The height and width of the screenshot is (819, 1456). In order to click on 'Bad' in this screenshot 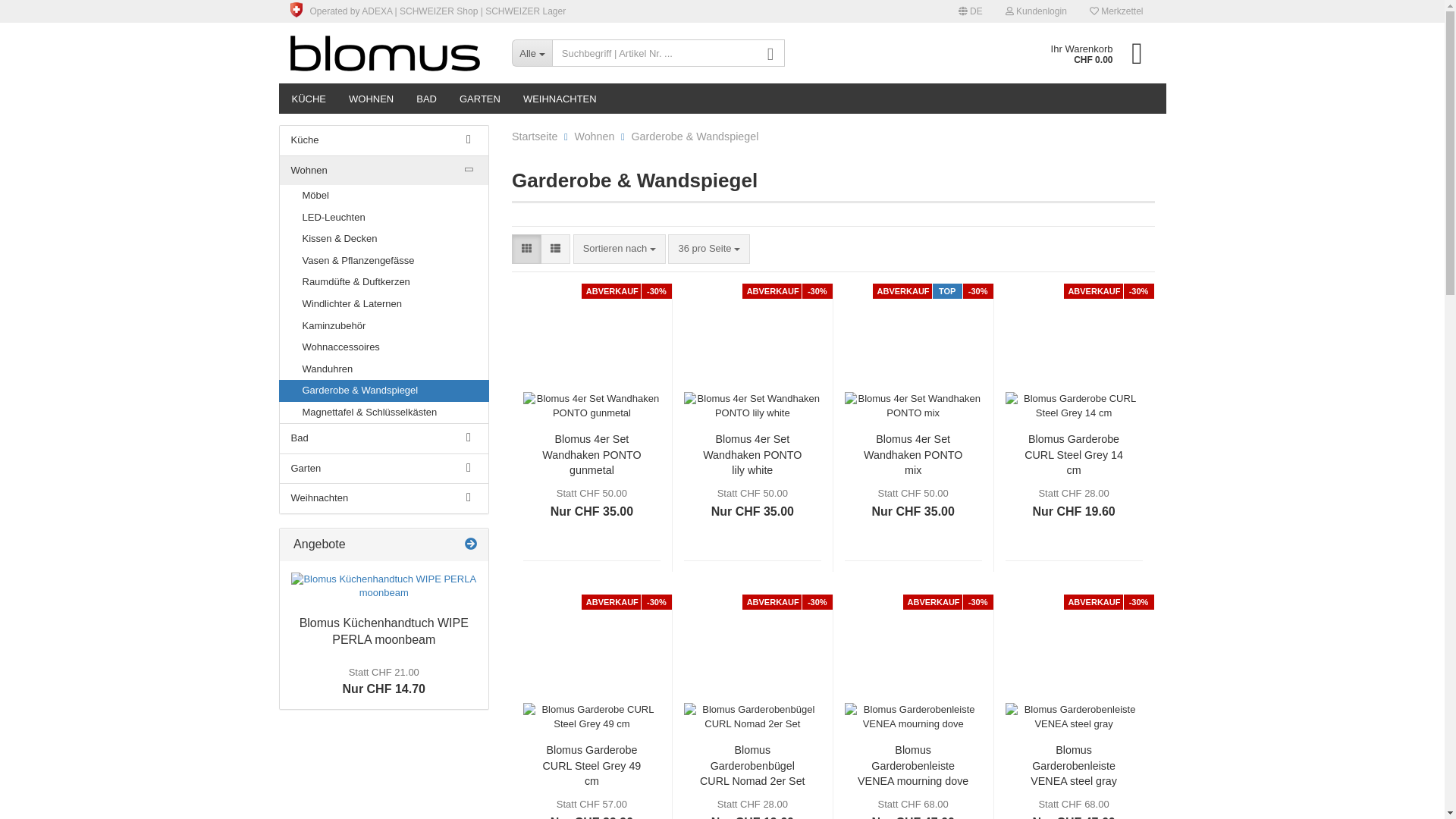, I will do `click(383, 438)`.